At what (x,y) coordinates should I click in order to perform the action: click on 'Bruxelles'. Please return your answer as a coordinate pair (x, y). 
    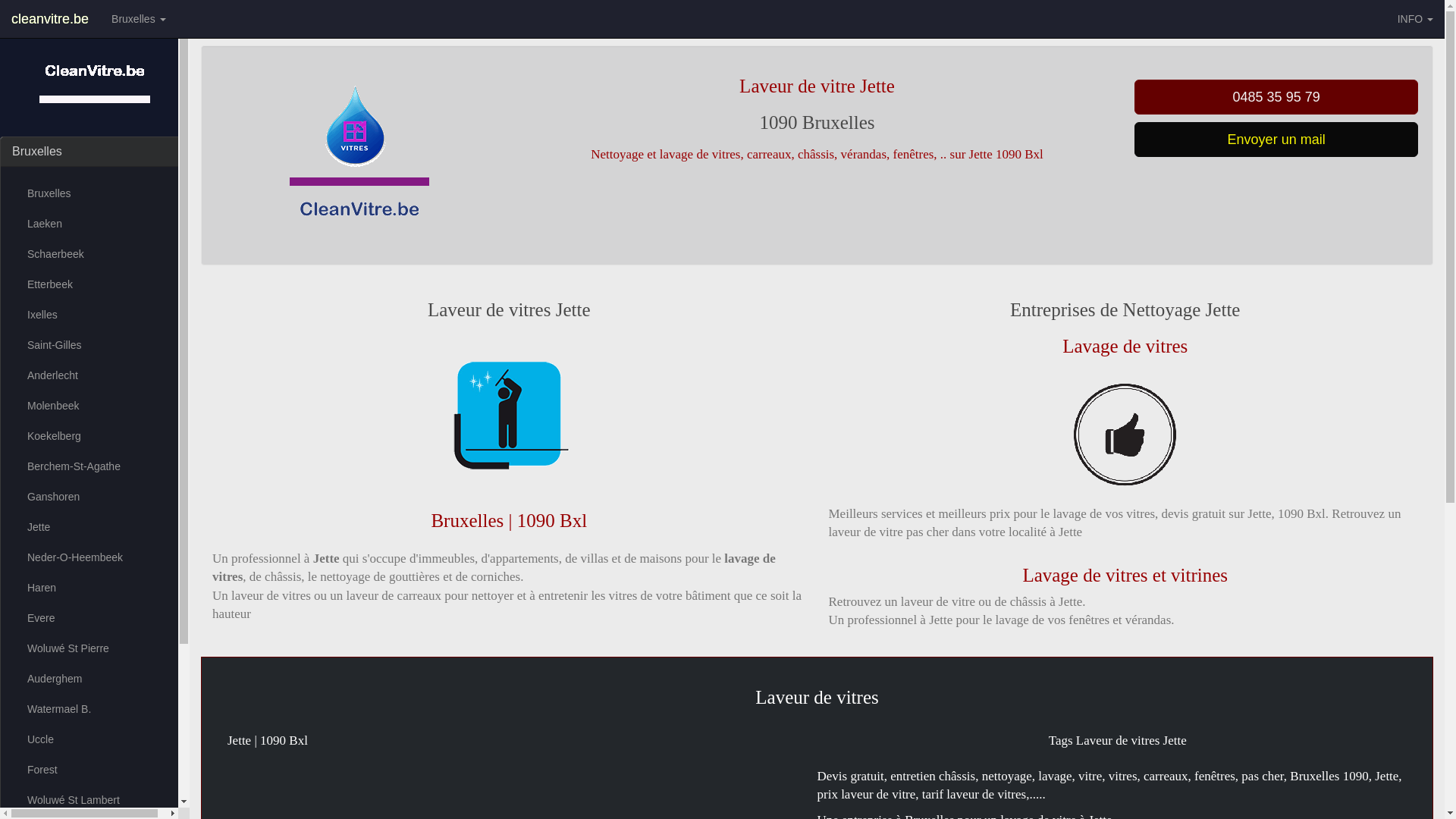
    Looking at the image, I should click on (138, 18).